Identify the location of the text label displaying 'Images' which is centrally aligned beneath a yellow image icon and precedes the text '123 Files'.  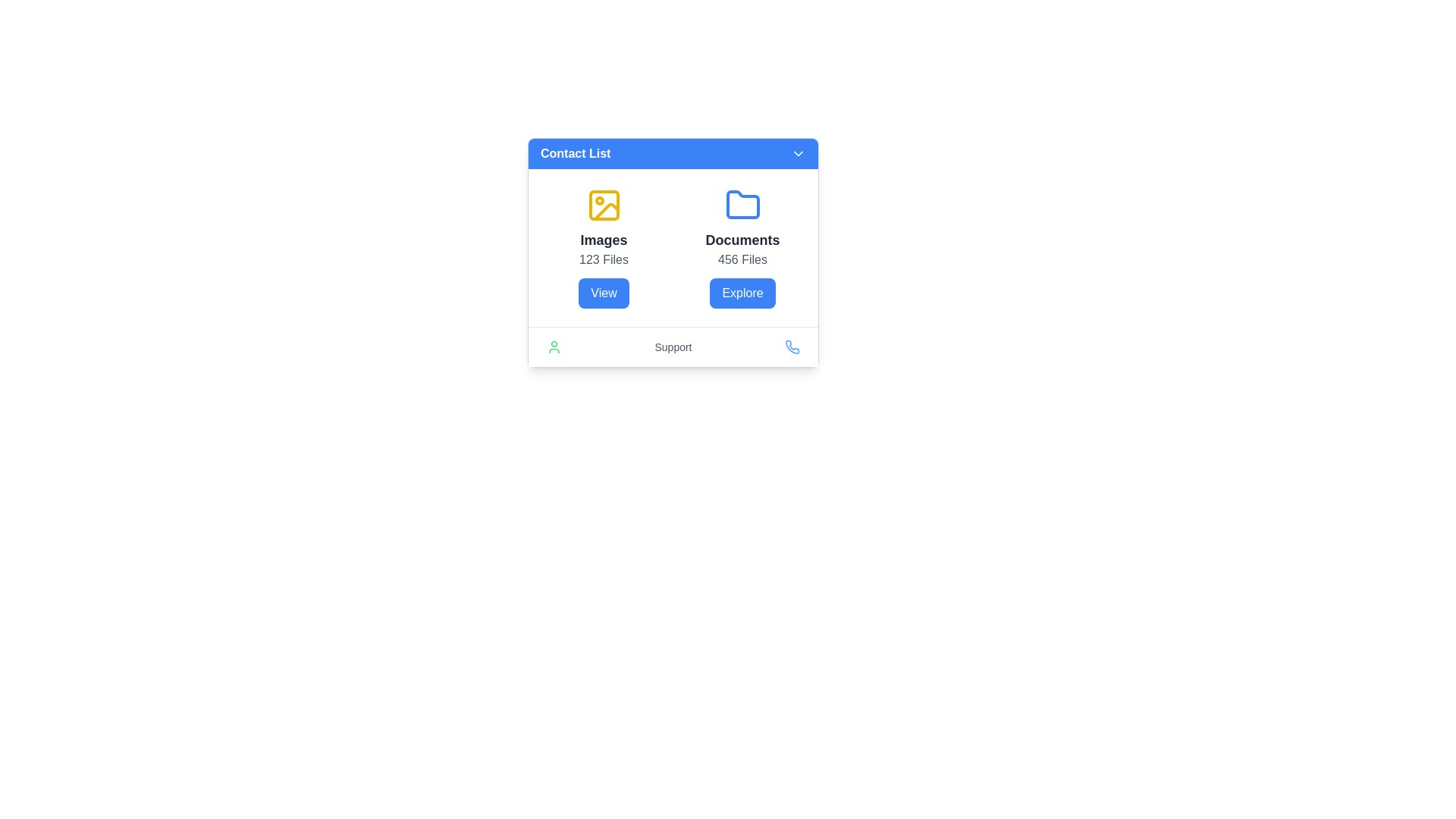
(603, 239).